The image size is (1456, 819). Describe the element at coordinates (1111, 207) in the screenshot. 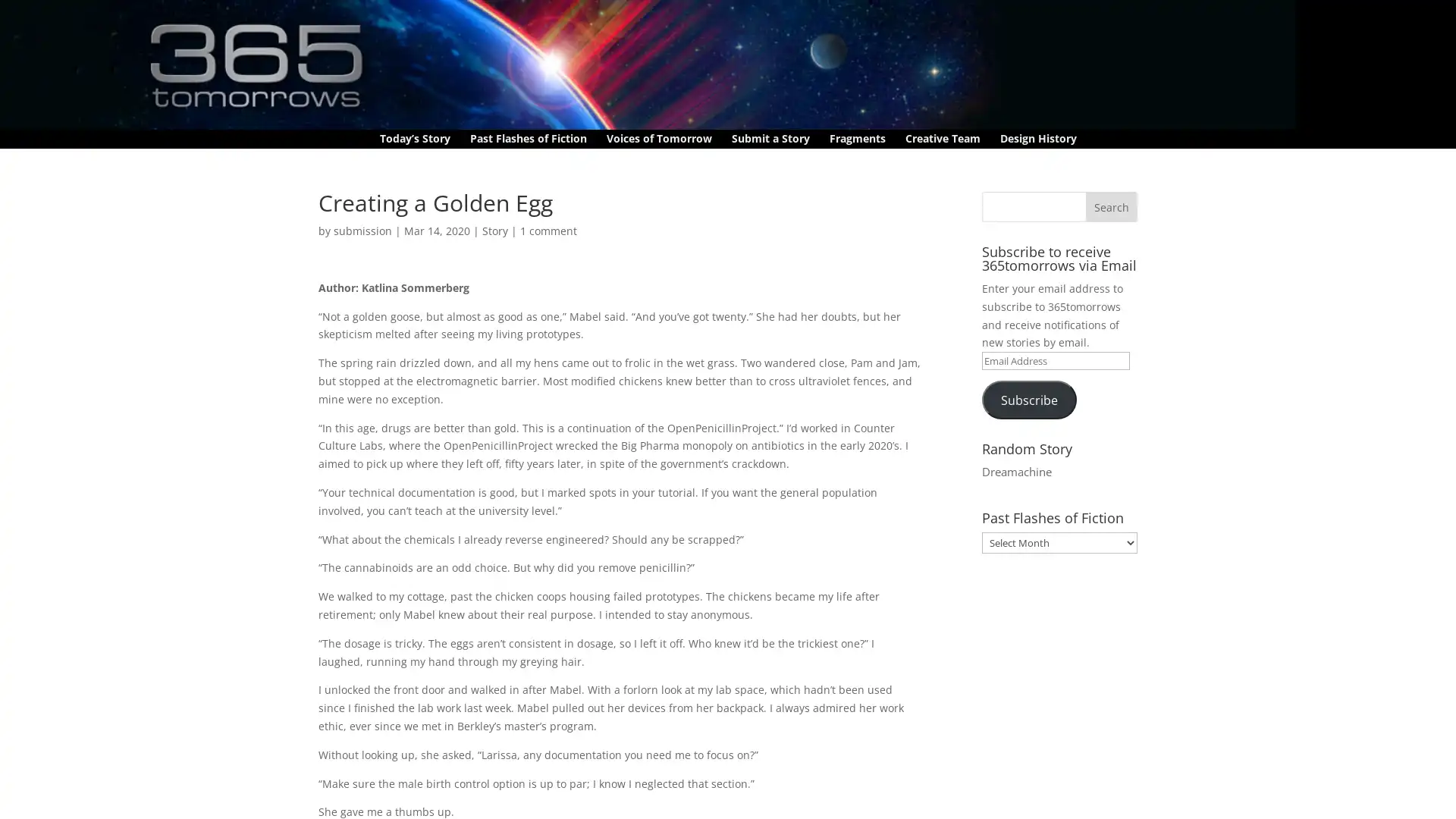

I see `Search` at that location.